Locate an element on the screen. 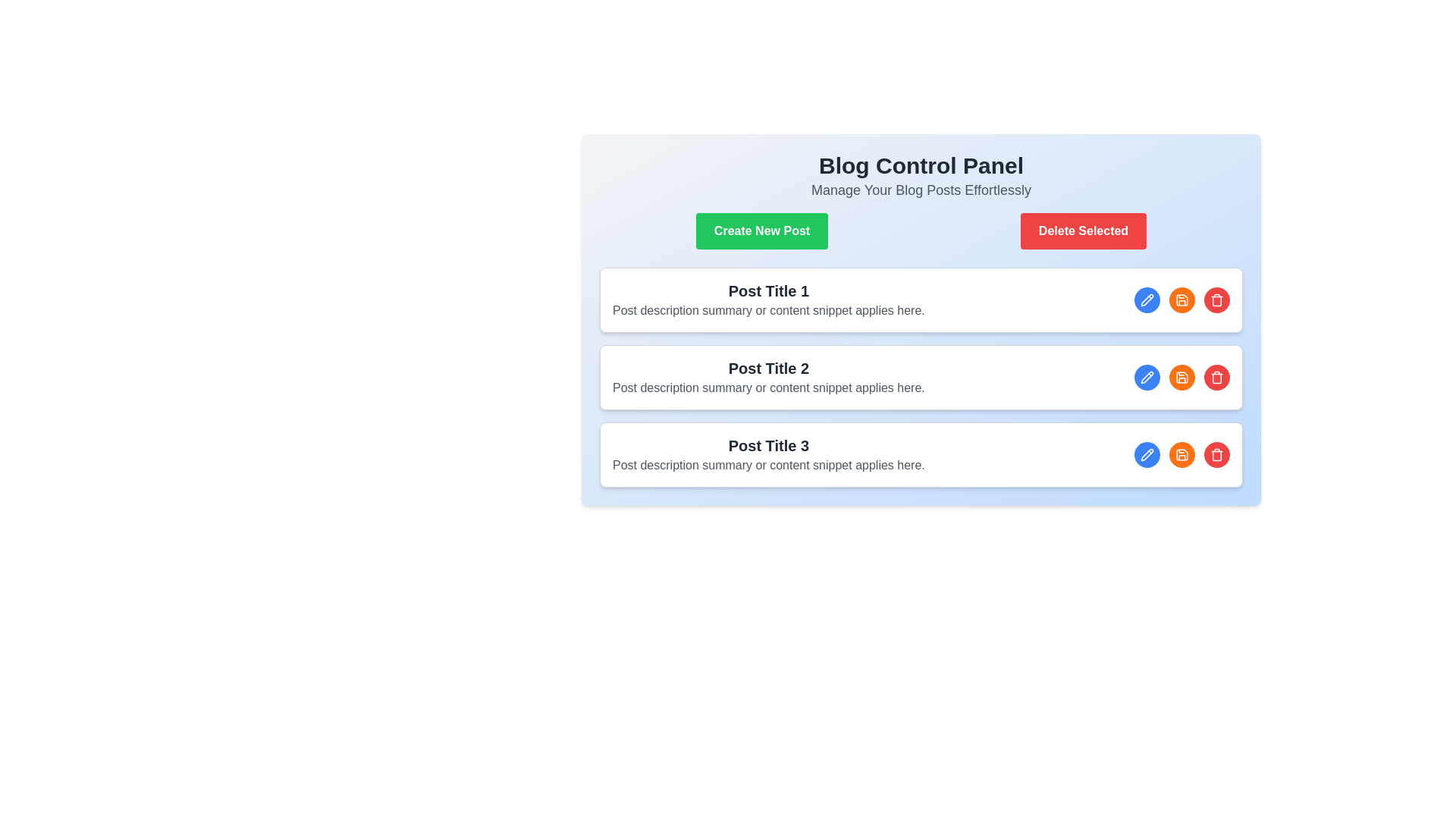 The width and height of the screenshot is (1456, 819). the text block containing 'Post description summary or content snippet applies here.' which is styled in gray and located below 'Post Title 1' within the first card of the 'Blog Control Panel' is located at coordinates (768, 309).